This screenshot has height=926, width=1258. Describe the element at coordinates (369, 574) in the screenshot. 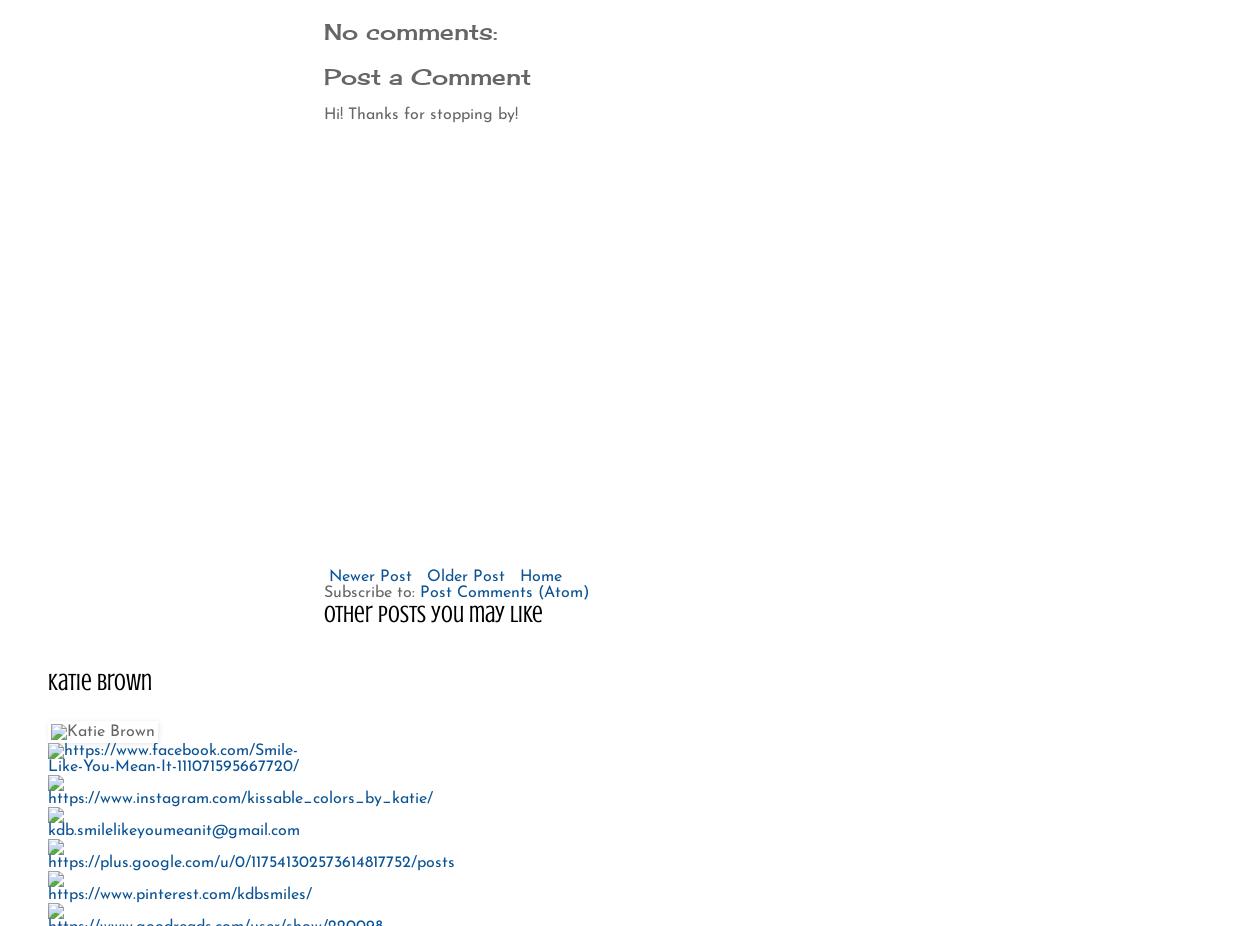

I see `'Newer Post'` at that location.